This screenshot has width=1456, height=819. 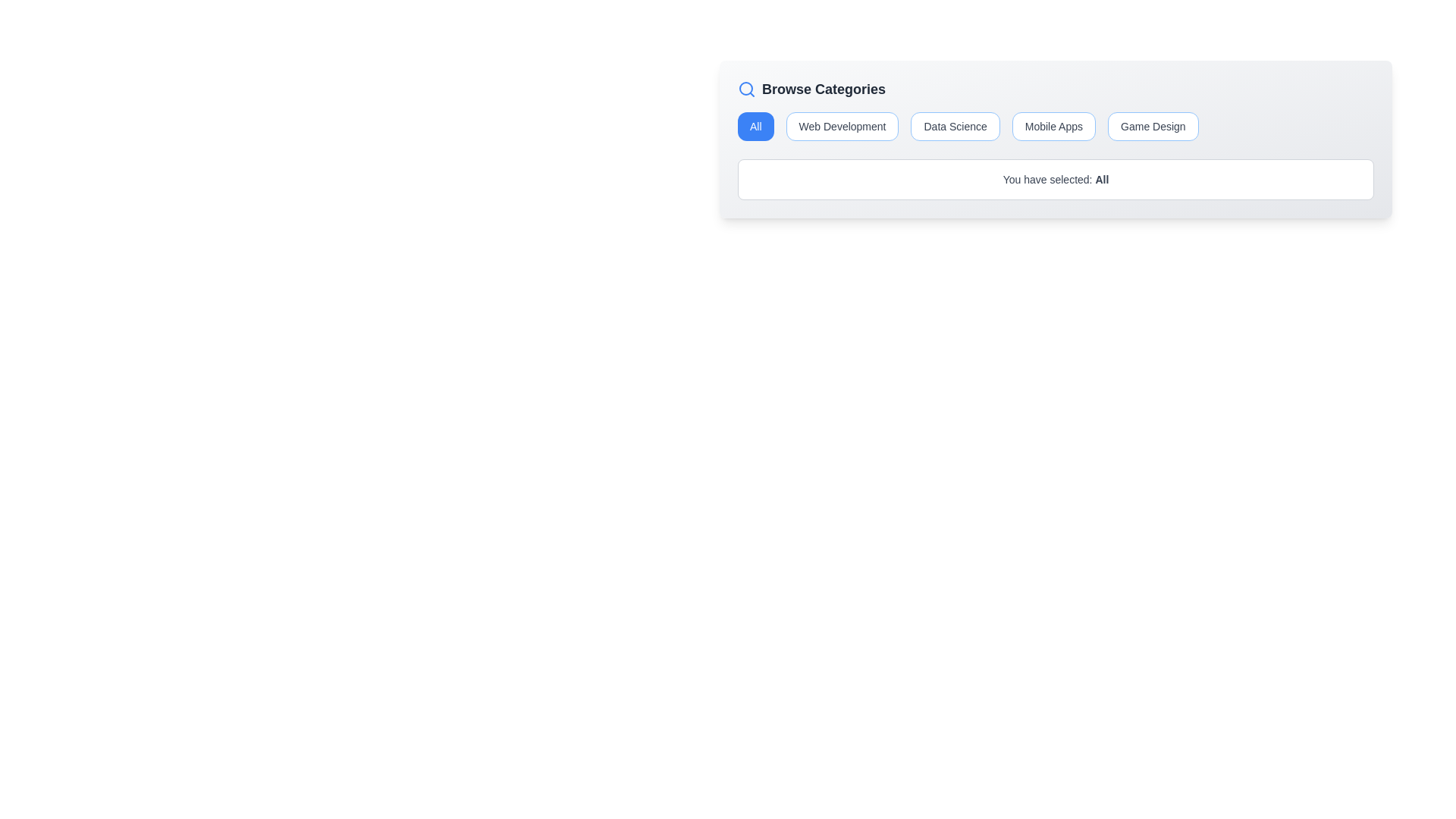 I want to click on the rounded rectangular button labeled 'All' with a blue background, so click(x=755, y=125).